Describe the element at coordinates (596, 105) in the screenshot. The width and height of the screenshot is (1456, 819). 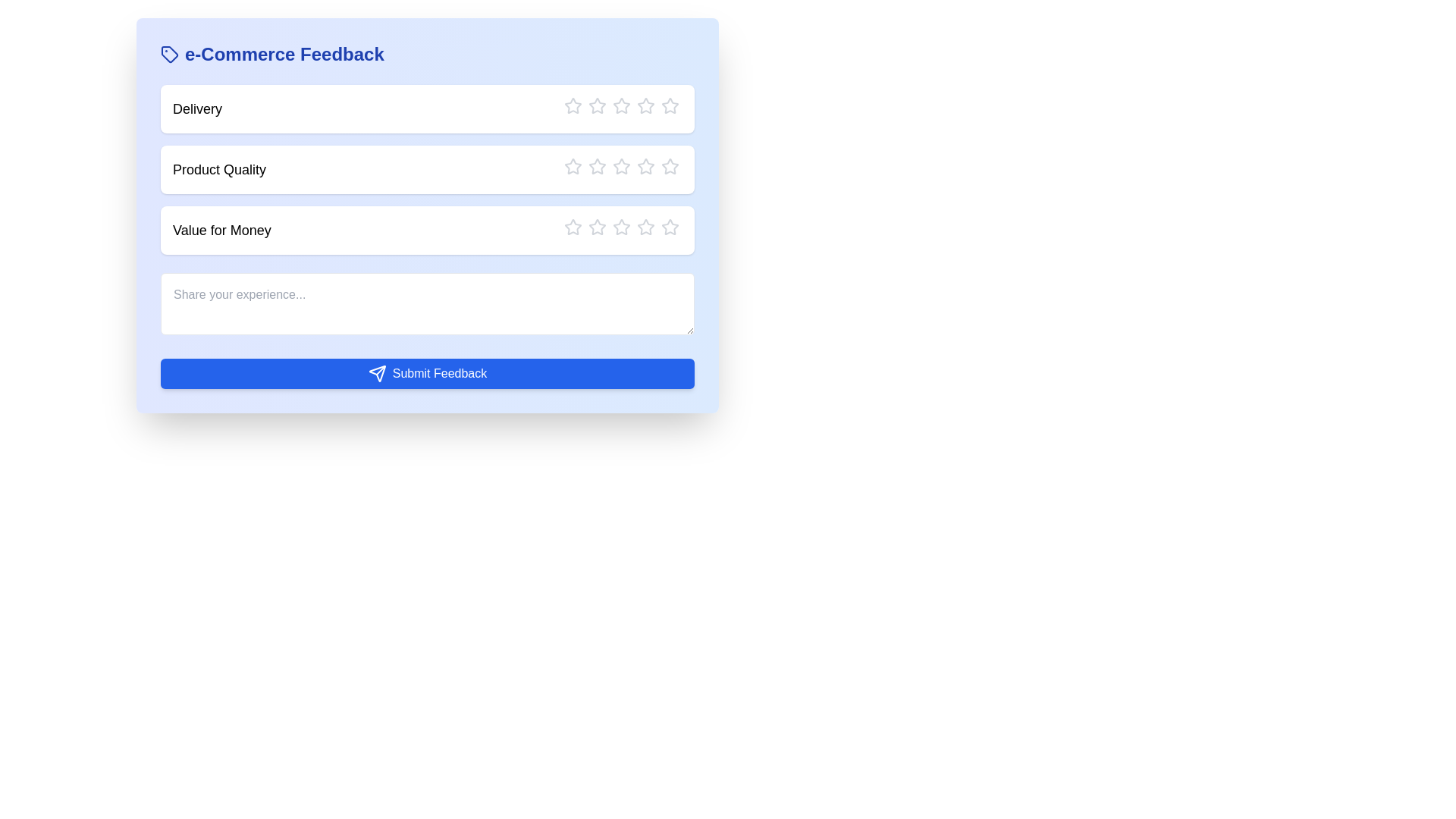
I see `the rating to 2 stars by clicking the corresponding star` at that location.